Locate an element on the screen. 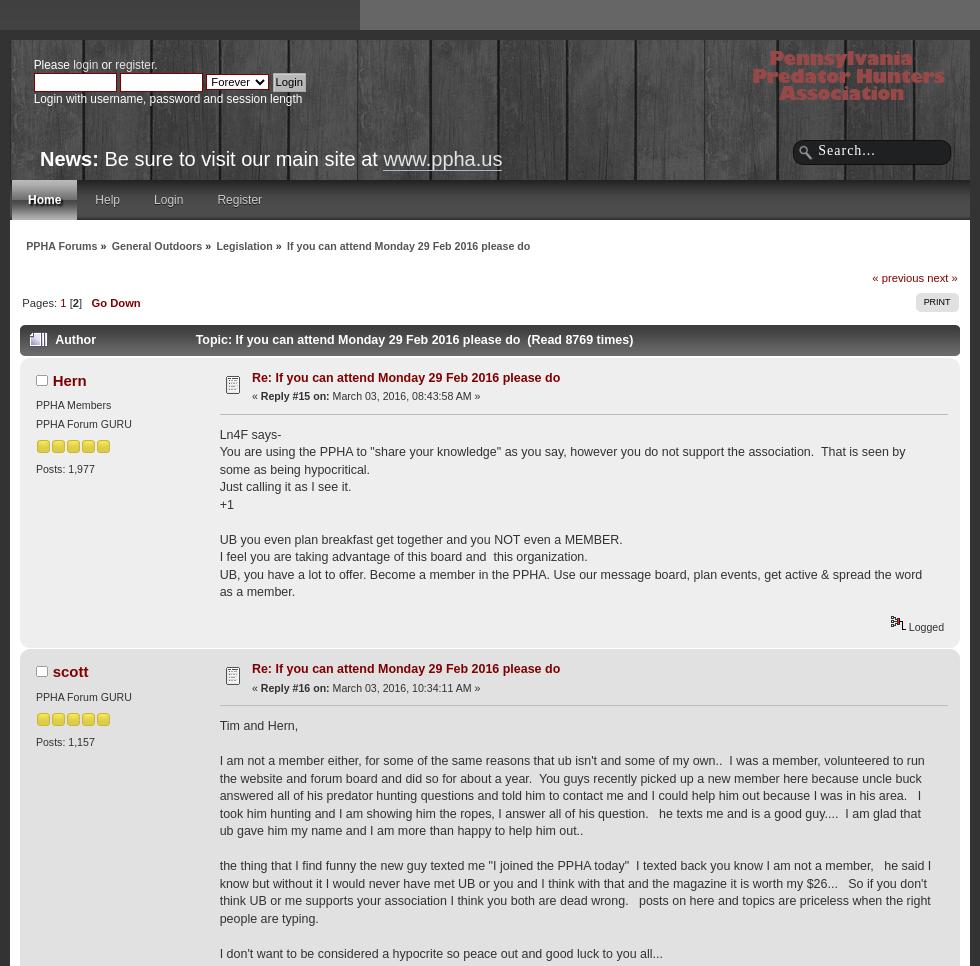 The height and width of the screenshot is (966, 980). 'General Outdoors' is located at coordinates (156, 244).